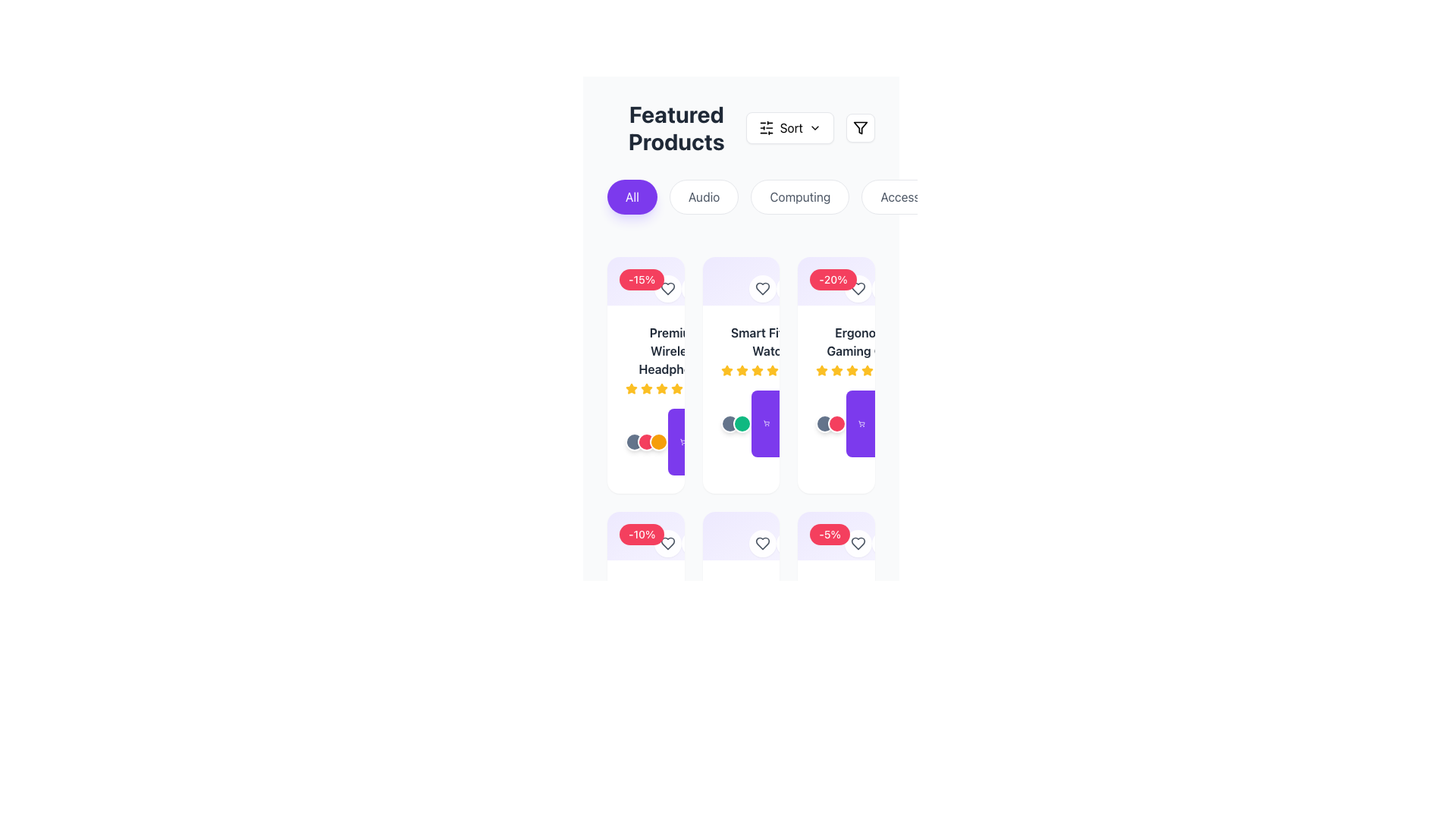 This screenshot has height=819, width=1456. I want to click on the third star icon in the 5-star rating system located below the product title to identify its position within the rating, so click(836, 371).